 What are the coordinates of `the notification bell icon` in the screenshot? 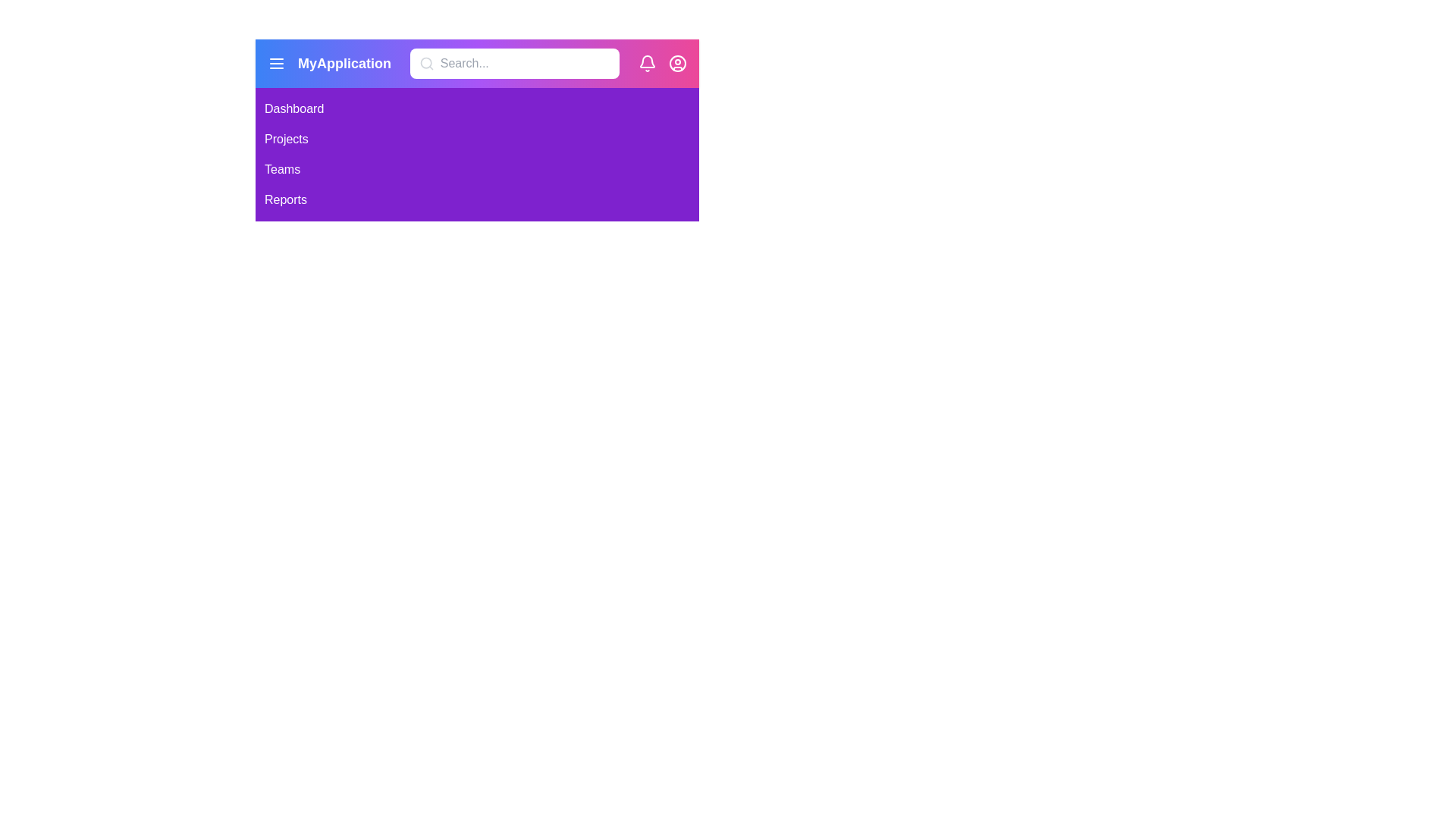 It's located at (648, 63).